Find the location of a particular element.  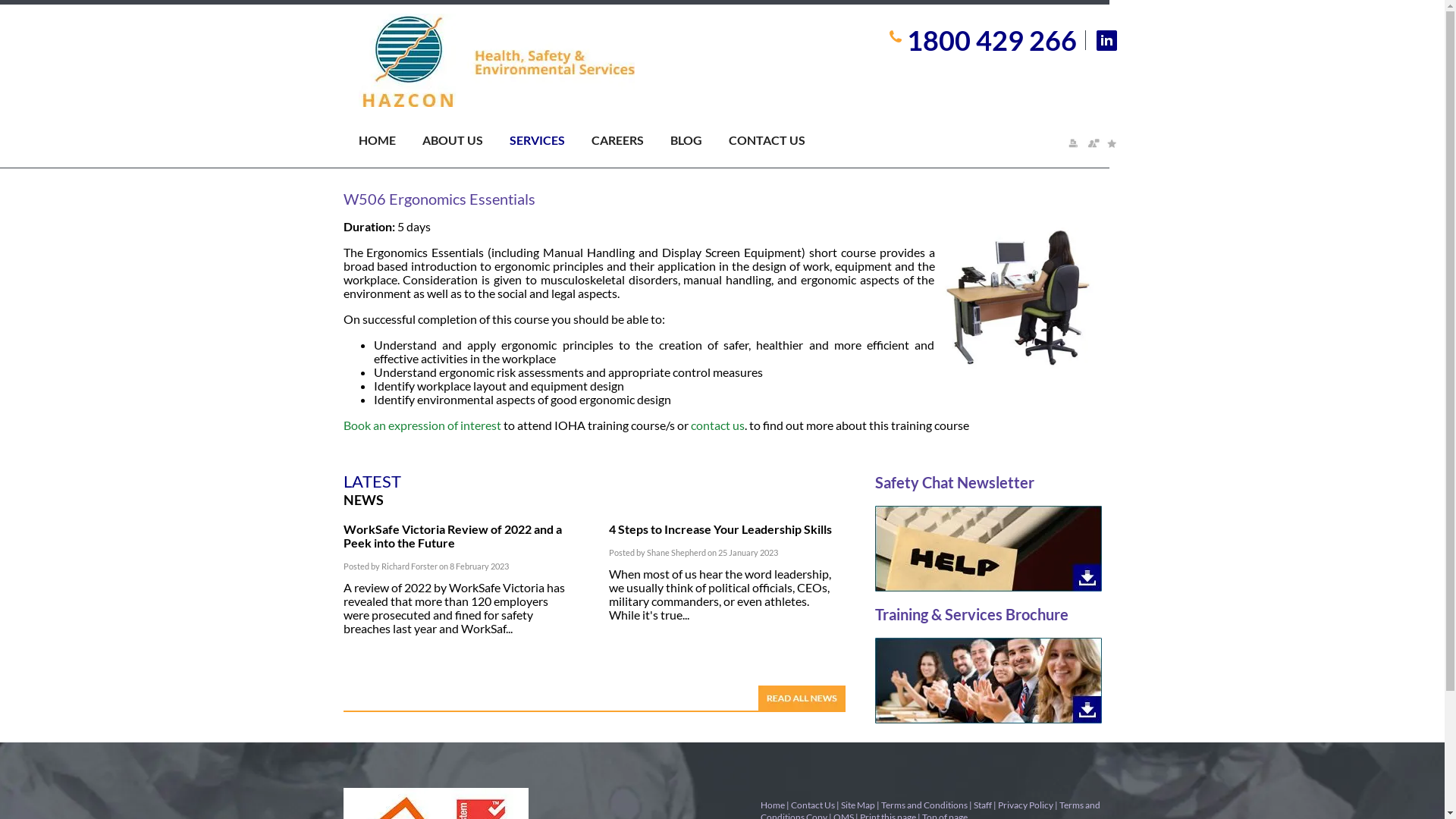

'BLOG' is located at coordinates (698, 143).